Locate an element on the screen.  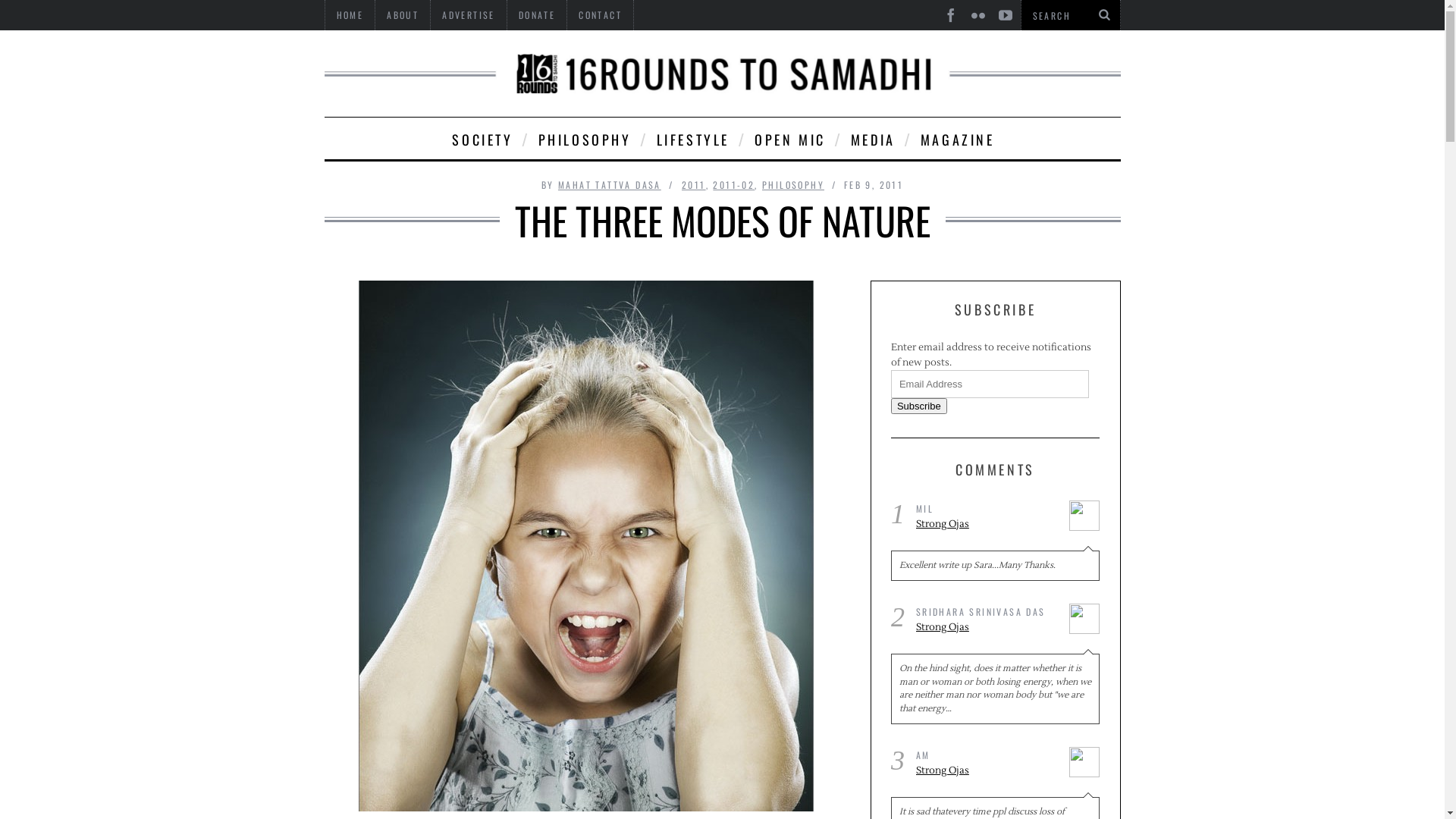
'LIFESTYLE' is located at coordinates (691, 138).